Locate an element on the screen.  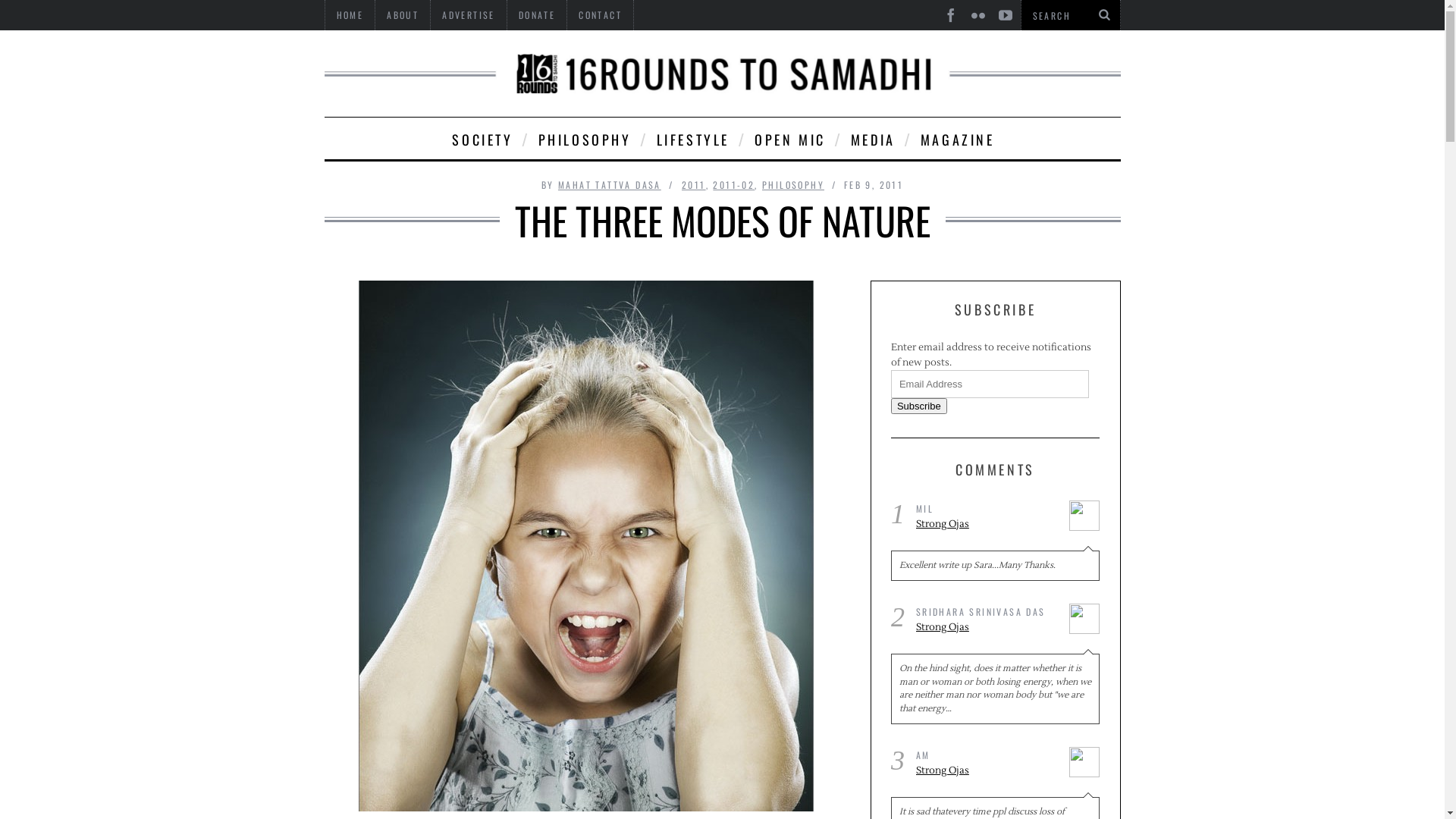
'LIFESTYLE' is located at coordinates (691, 138).